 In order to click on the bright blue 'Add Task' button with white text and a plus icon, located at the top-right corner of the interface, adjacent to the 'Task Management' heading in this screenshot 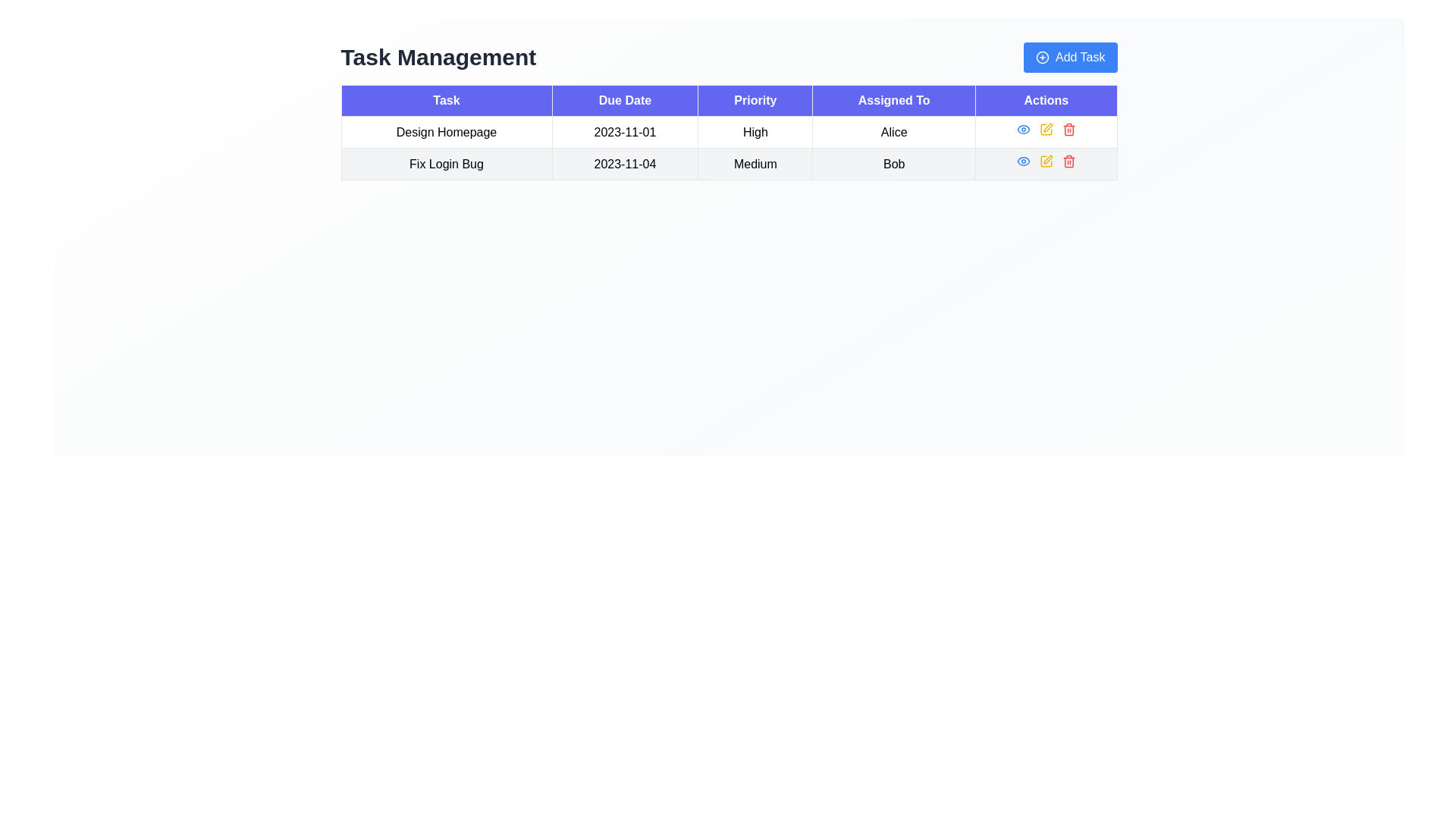, I will do `click(1069, 57)`.